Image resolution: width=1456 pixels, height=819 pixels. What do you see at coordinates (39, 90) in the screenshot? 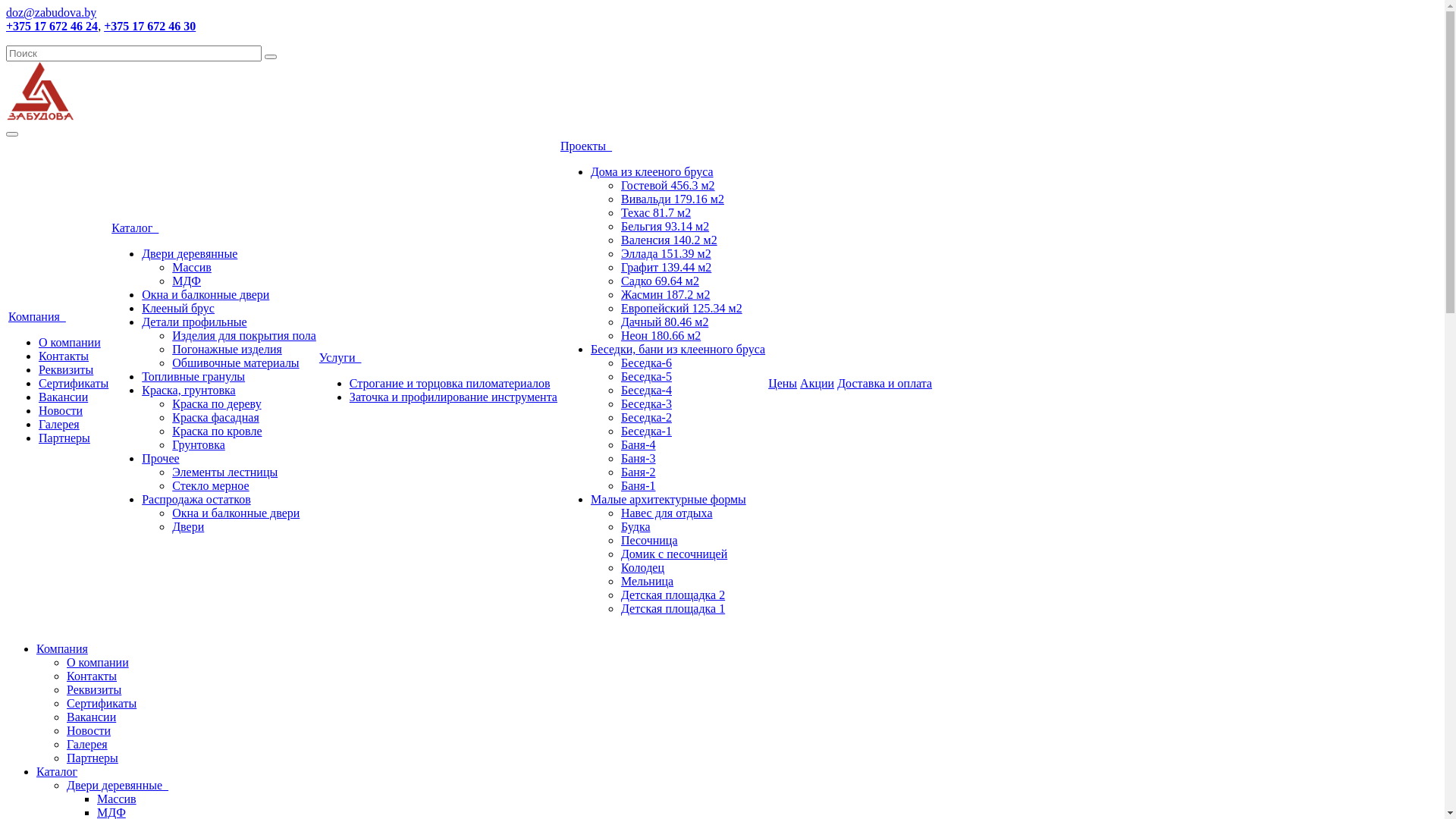
I see `'logo.png'` at bounding box center [39, 90].